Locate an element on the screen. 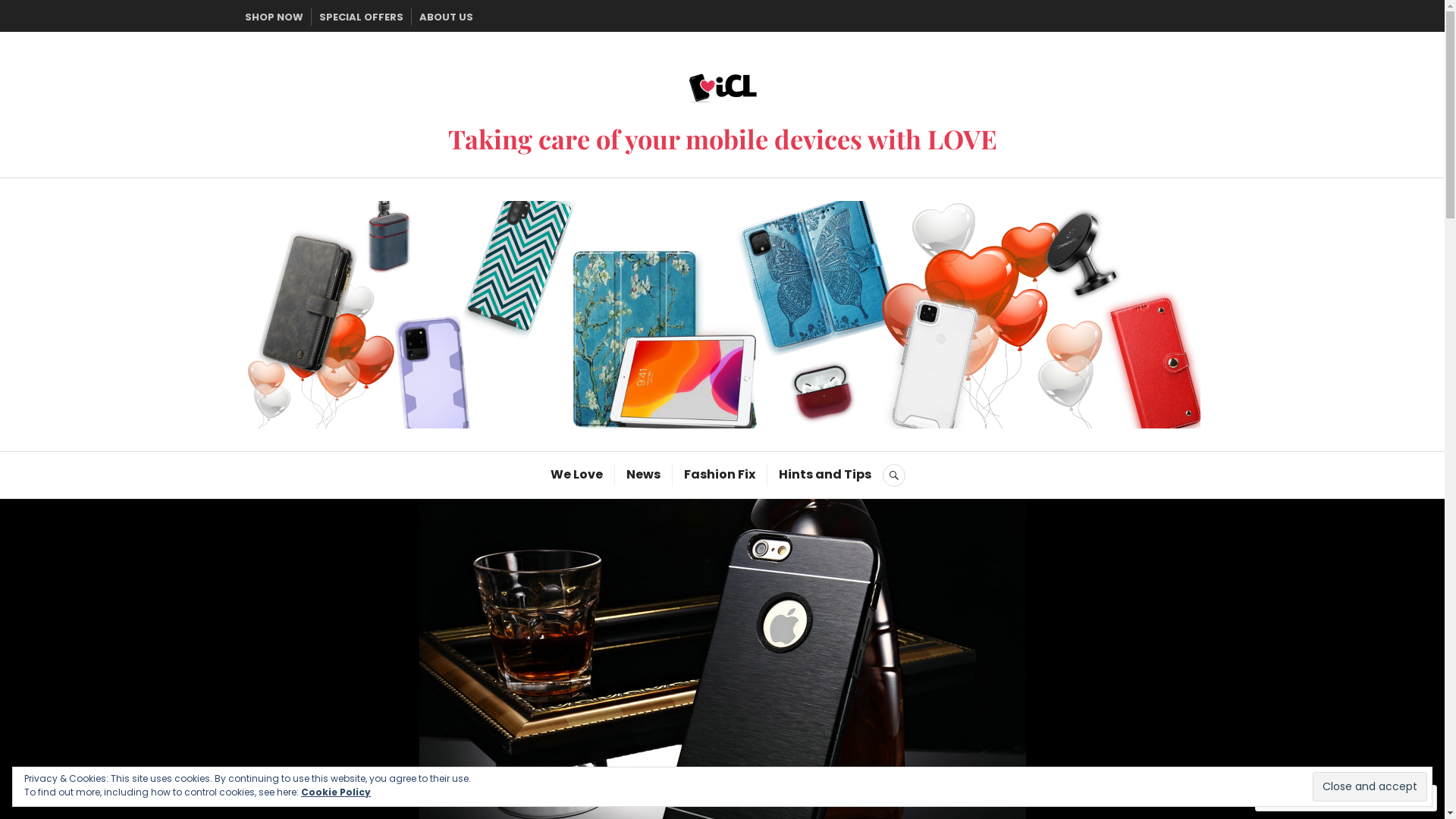  'Hints and Tips' is located at coordinates (824, 473).